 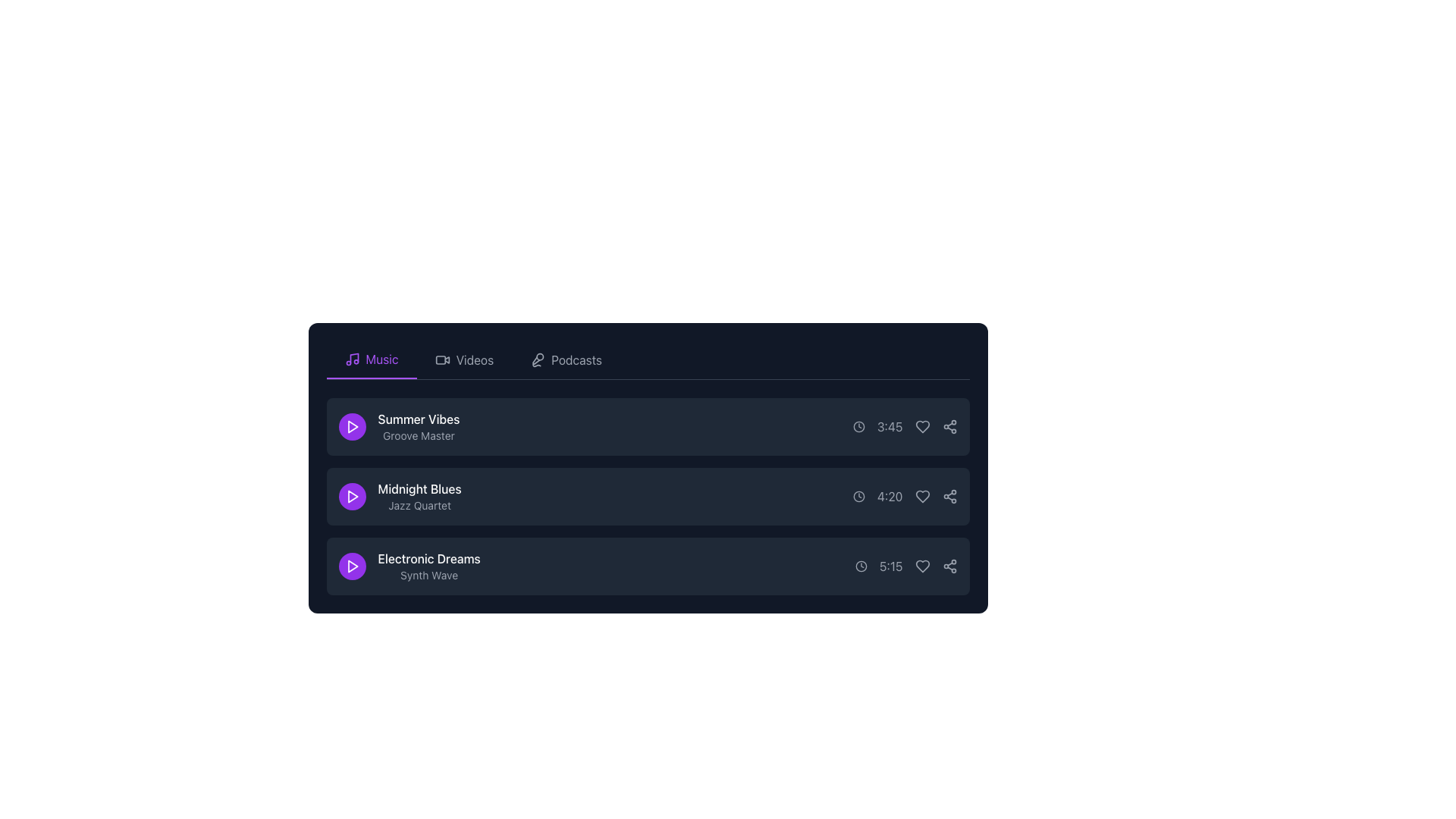 What do you see at coordinates (419, 427) in the screenshot?
I see `the text display that shows the title 'Summer Vibes' and description 'Groove Master', located to the right of the purple play button icon in the first list item of a vertical list` at bounding box center [419, 427].